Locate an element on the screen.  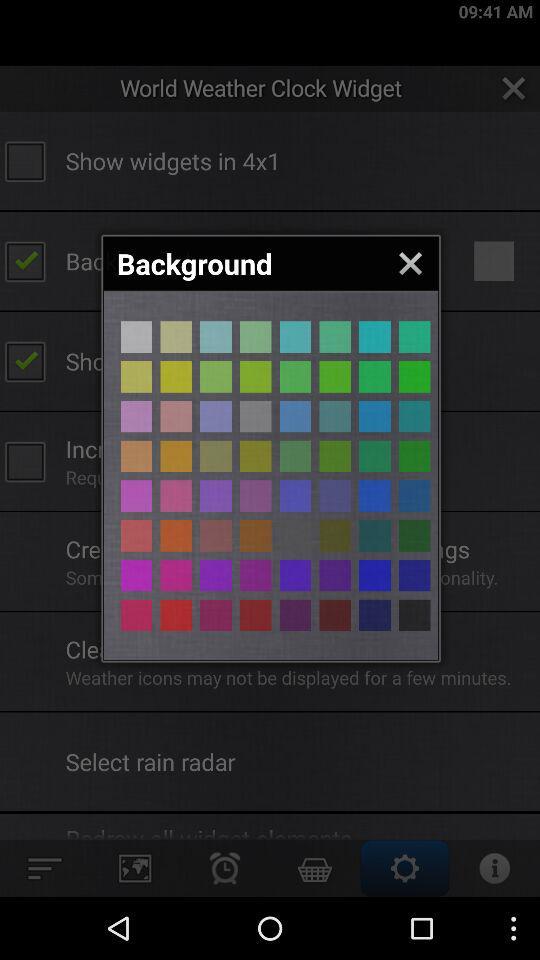
background colour is located at coordinates (135, 575).